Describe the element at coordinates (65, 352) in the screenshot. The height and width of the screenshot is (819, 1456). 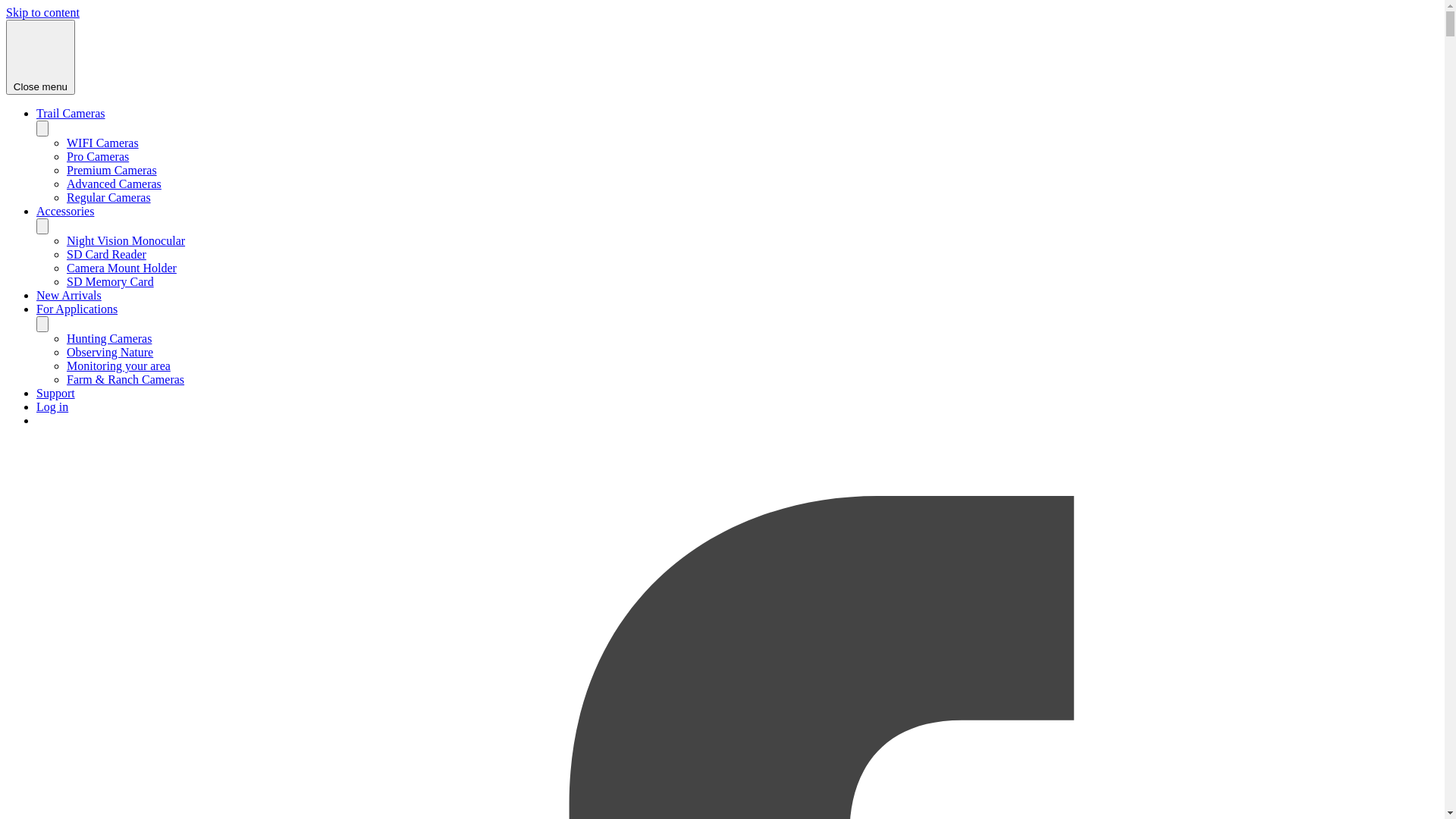
I see `'Observing Nature'` at that location.